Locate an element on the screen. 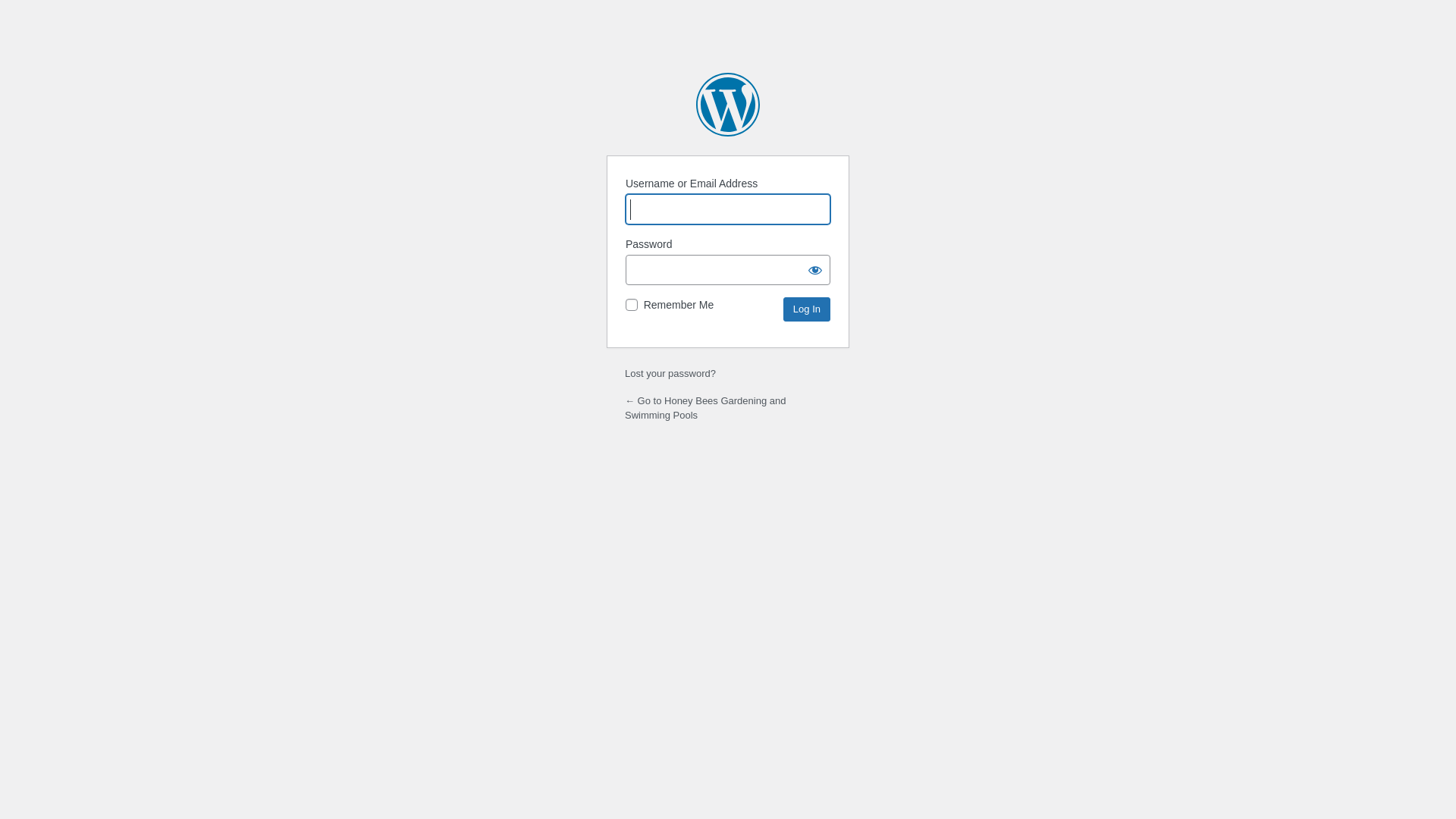  'Powered by WordPress' is located at coordinates (728, 104).